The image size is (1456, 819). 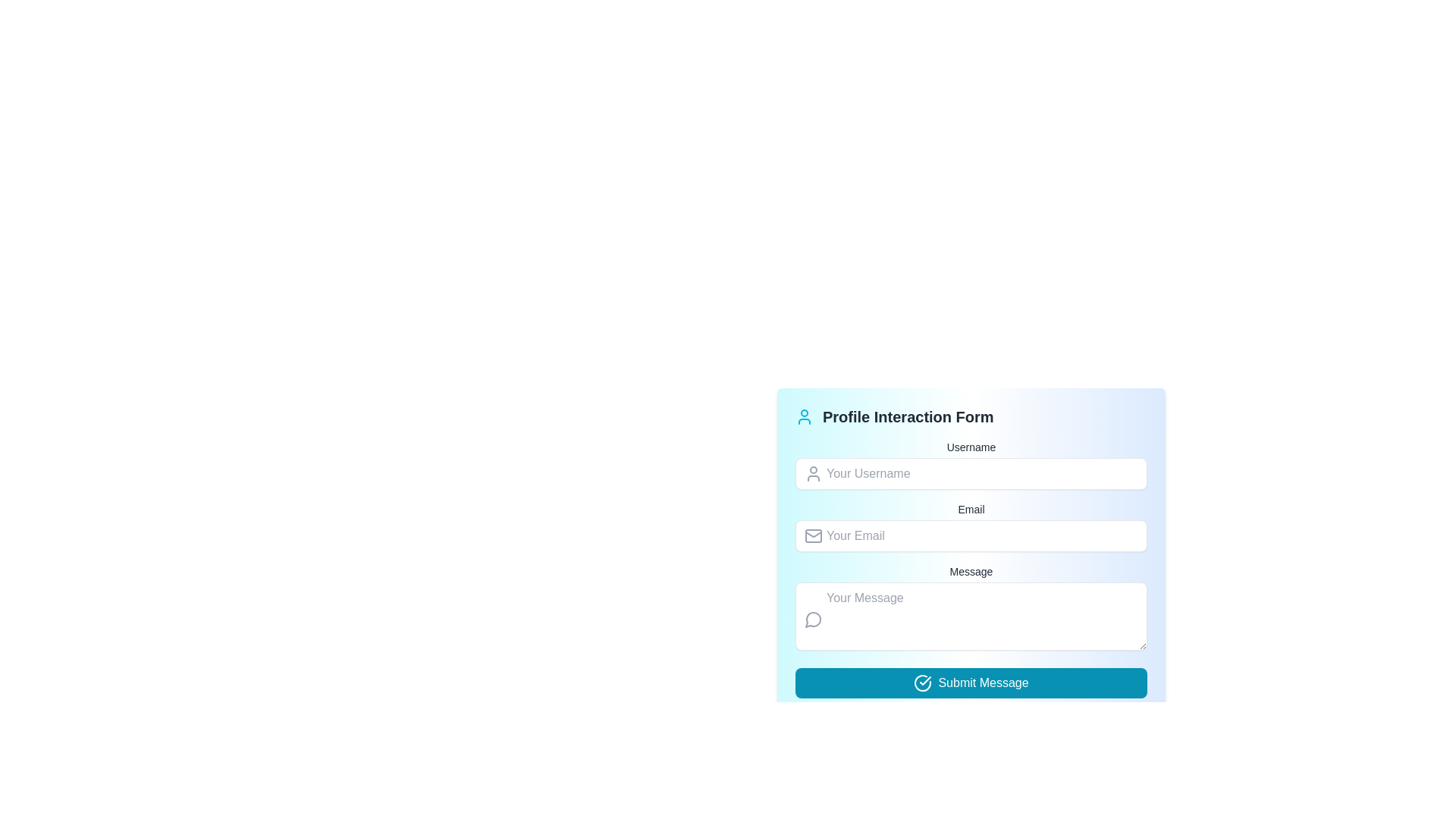 I want to click on the user icon with a circular head and shoulders styled in cyan color, located at the top left of the 'Profile Interaction Form', so click(x=803, y=417).